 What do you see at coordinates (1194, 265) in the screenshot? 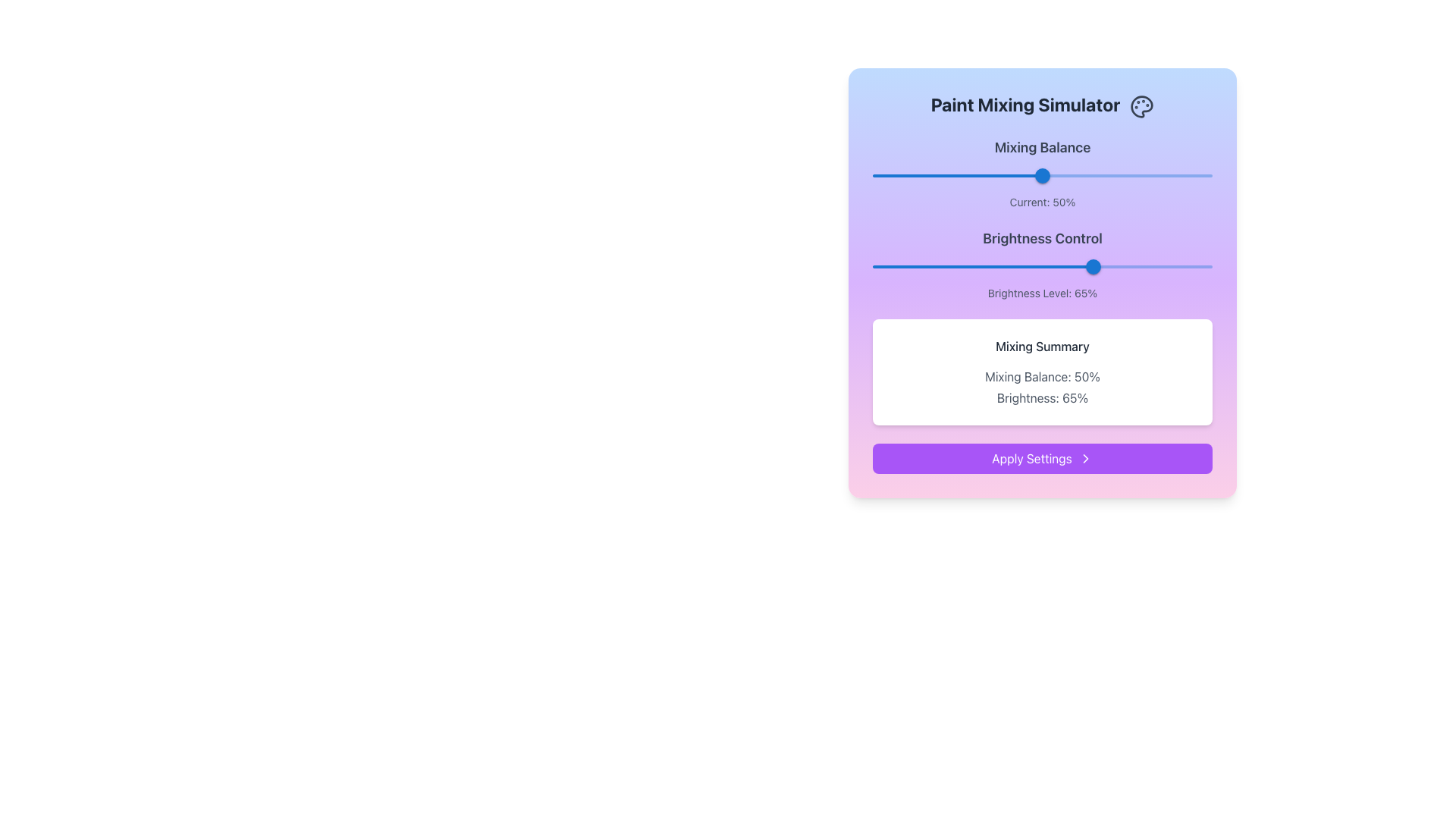
I see `brightness level` at bounding box center [1194, 265].